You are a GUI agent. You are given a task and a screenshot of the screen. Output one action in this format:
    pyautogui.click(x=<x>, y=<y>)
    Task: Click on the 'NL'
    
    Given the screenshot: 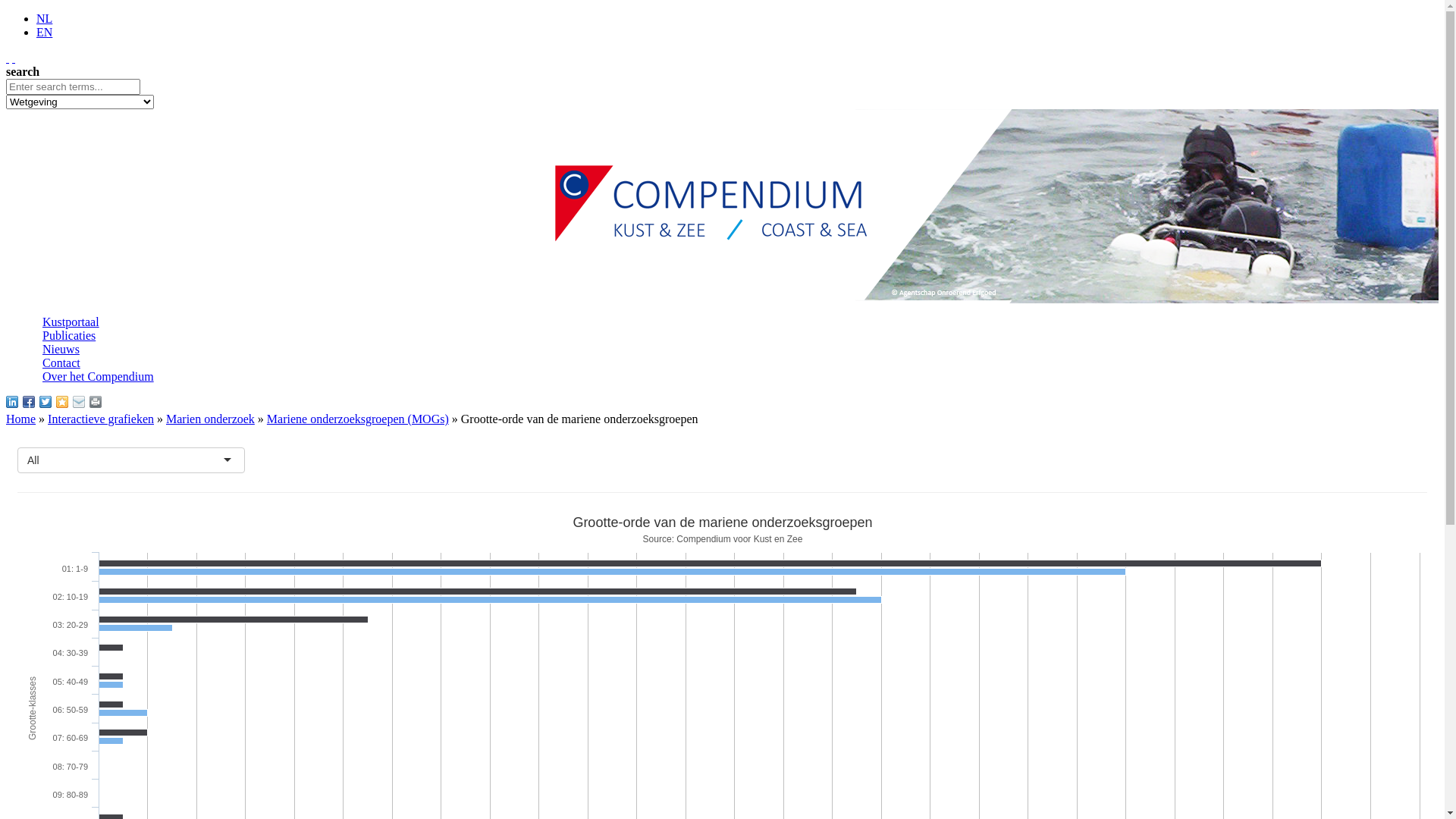 What is the action you would take?
    pyautogui.click(x=44, y=18)
    